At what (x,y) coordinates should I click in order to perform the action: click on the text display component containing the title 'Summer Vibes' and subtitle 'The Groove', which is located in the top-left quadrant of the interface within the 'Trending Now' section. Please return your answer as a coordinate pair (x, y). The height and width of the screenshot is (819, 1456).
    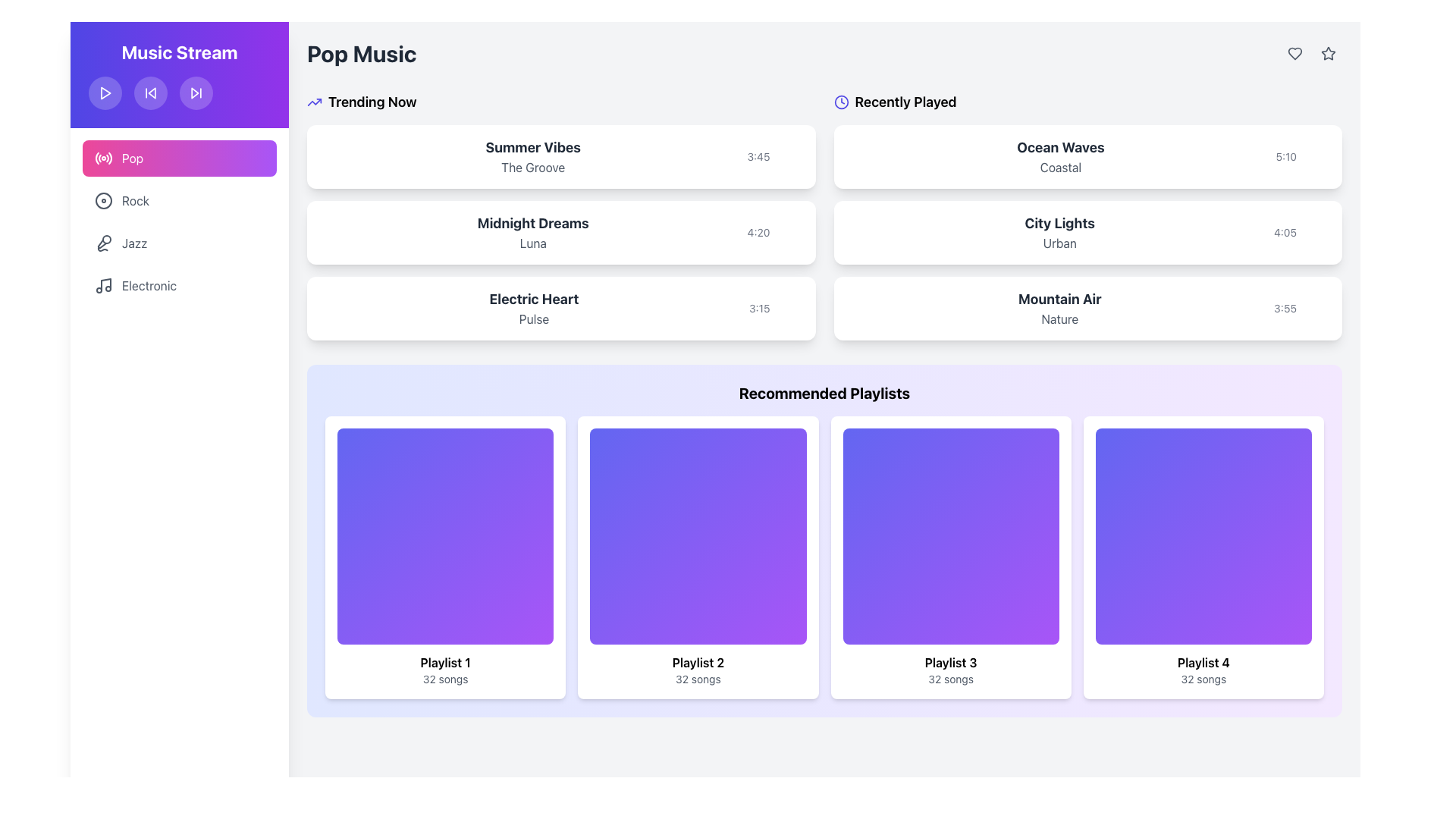
    Looking at the image, I should click on (533, 157).